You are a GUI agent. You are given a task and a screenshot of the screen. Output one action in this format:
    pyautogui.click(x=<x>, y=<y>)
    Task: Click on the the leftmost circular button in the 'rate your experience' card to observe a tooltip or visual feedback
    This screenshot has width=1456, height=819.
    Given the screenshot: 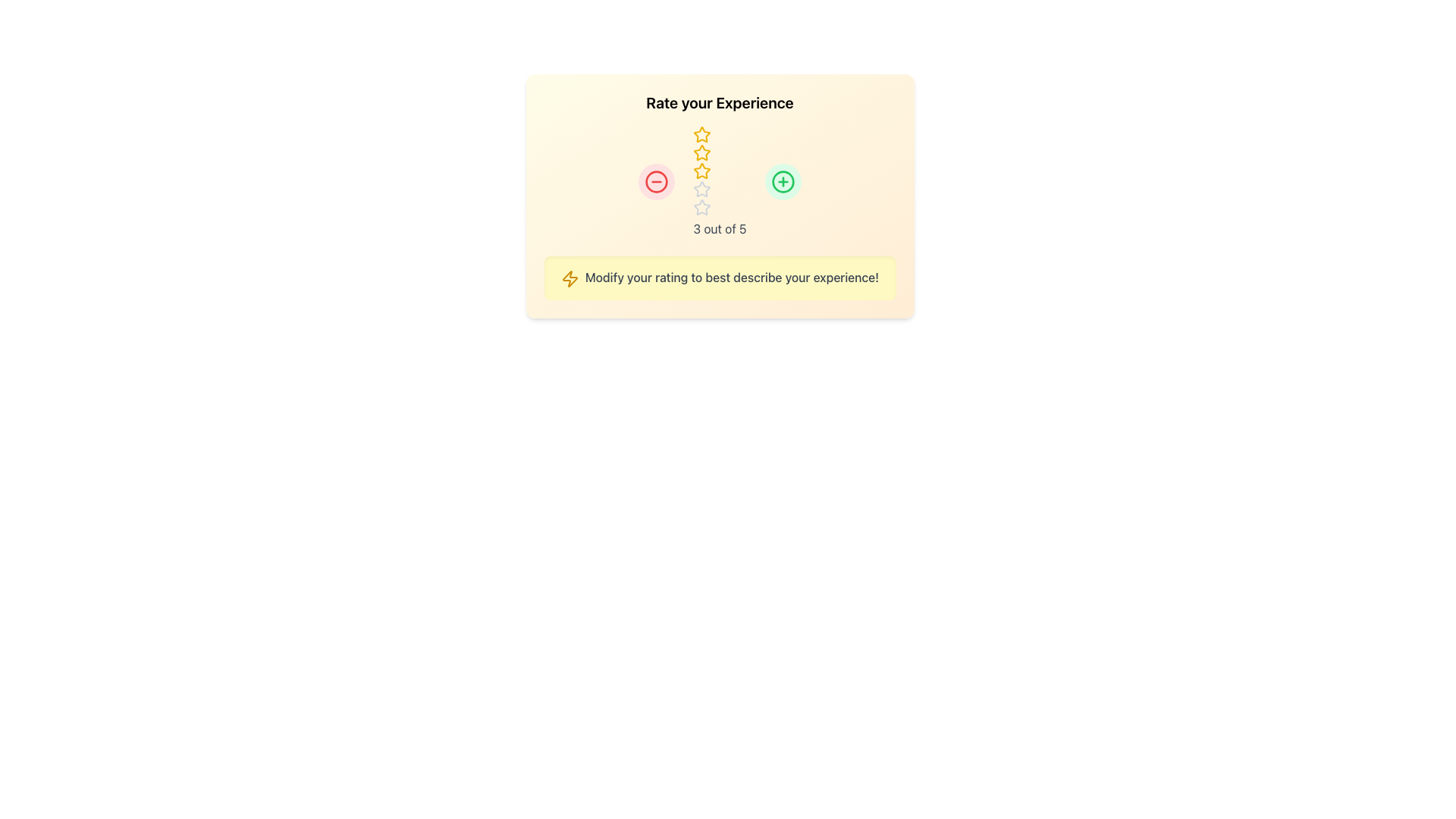 What is the action you would take?
    pyautogui.click(x=657, y=180)
    